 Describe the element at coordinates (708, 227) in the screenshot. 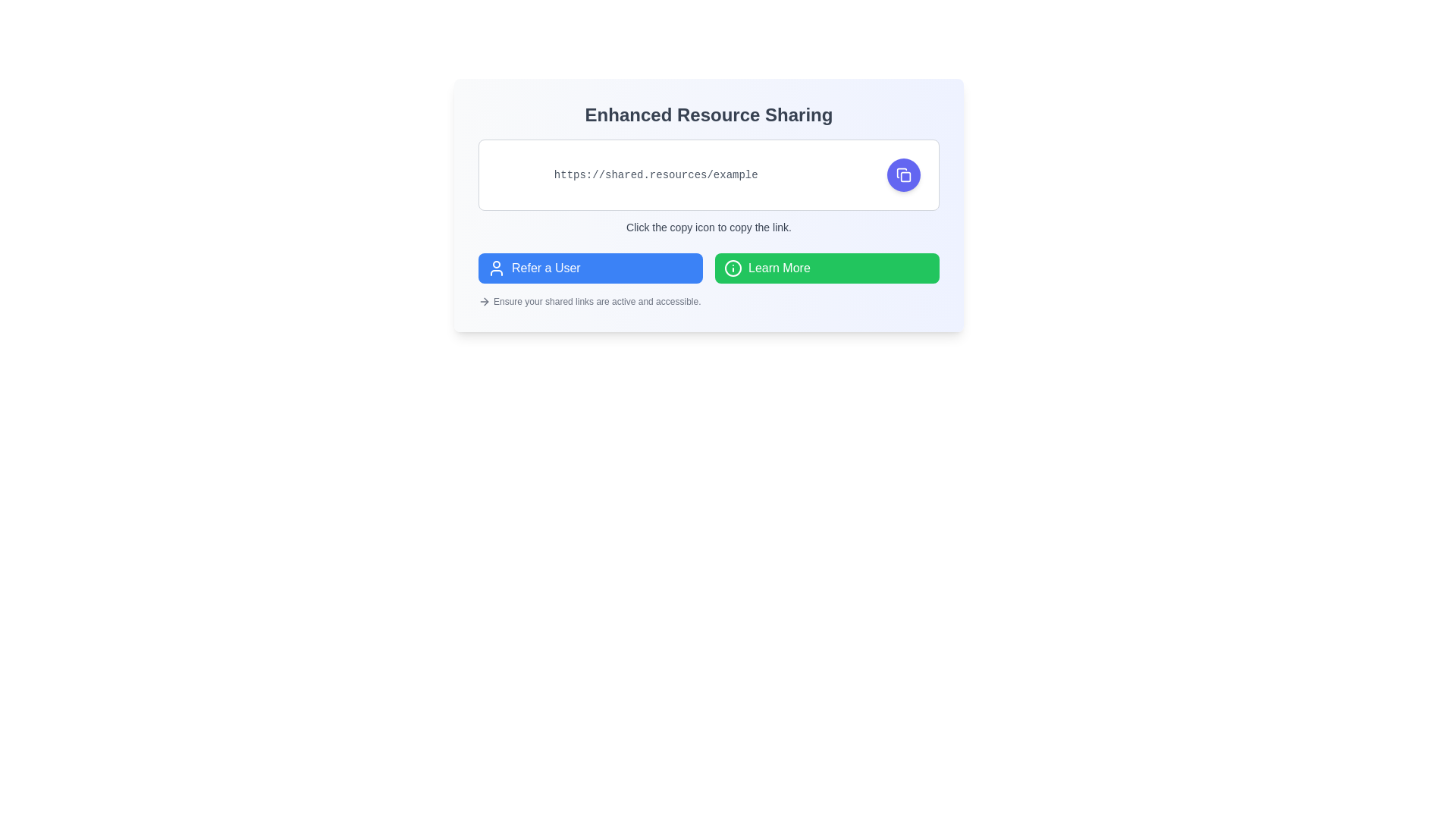

I see `the informational text label that reads 'Click the copy icon to copy the link.', styled with a gray font, located underneath the URL display box and adjacent to the copy button` at that location.